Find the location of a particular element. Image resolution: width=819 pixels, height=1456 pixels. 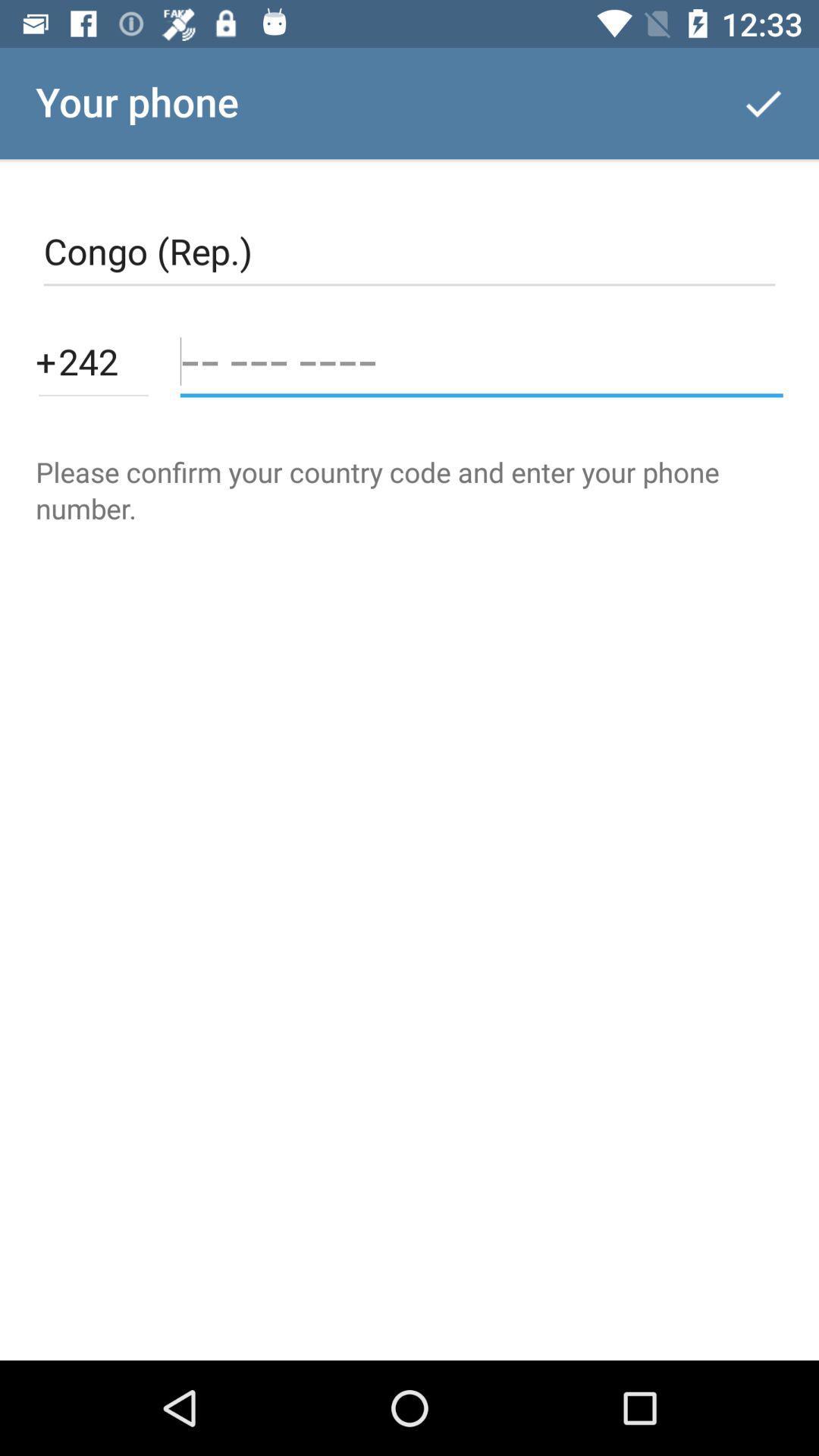

a phone number is located at coordinates (482, 360).